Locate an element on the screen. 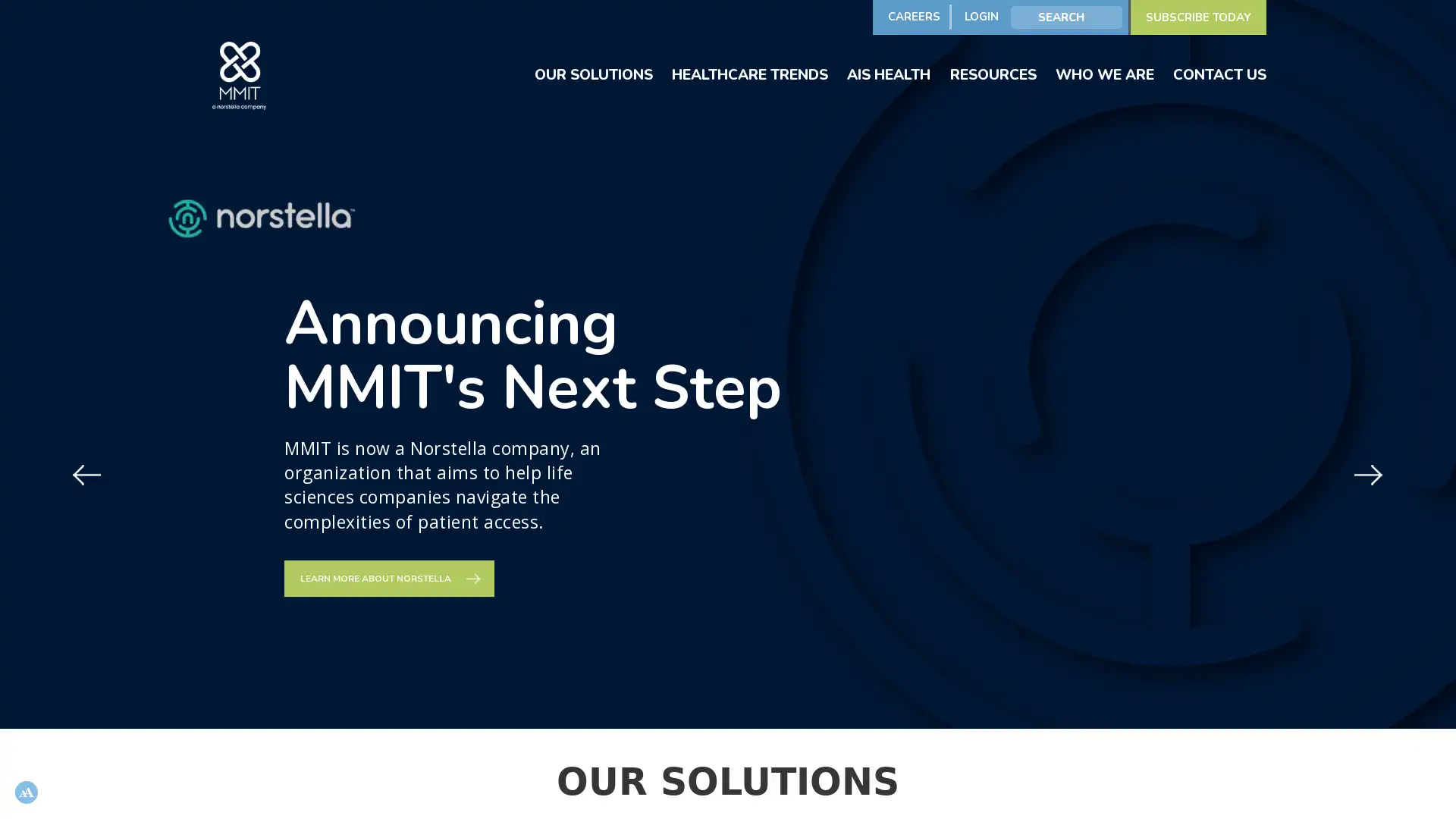 This screenshot has height=819, width=1456. Open accessibility options, statement and help is located at coordinates (26, 792).